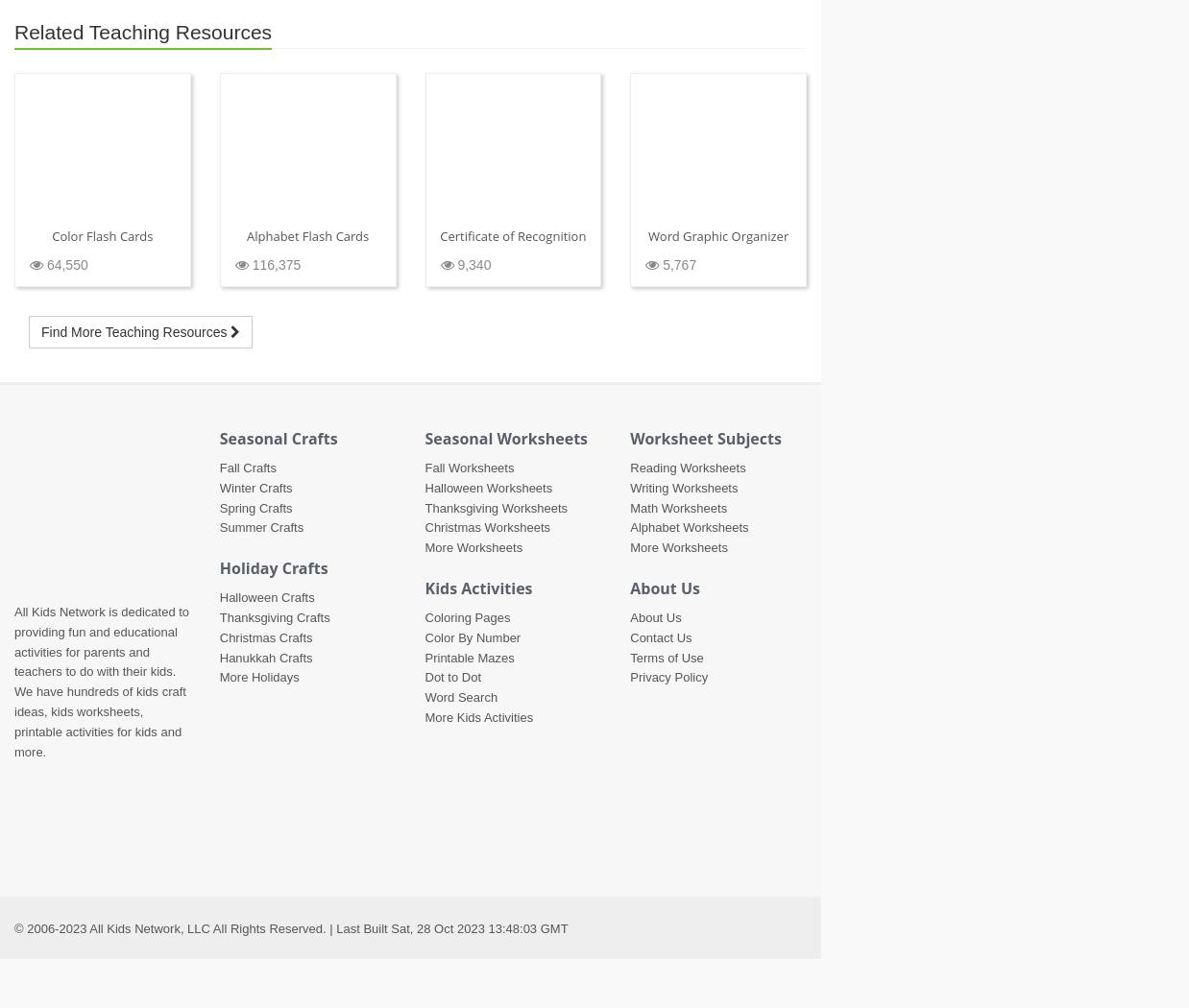 This screenshot has width=1189, height=1008. Describe the element at coordinates (257, 677) in the screenshot. I see `'More Holidays'` at that location.